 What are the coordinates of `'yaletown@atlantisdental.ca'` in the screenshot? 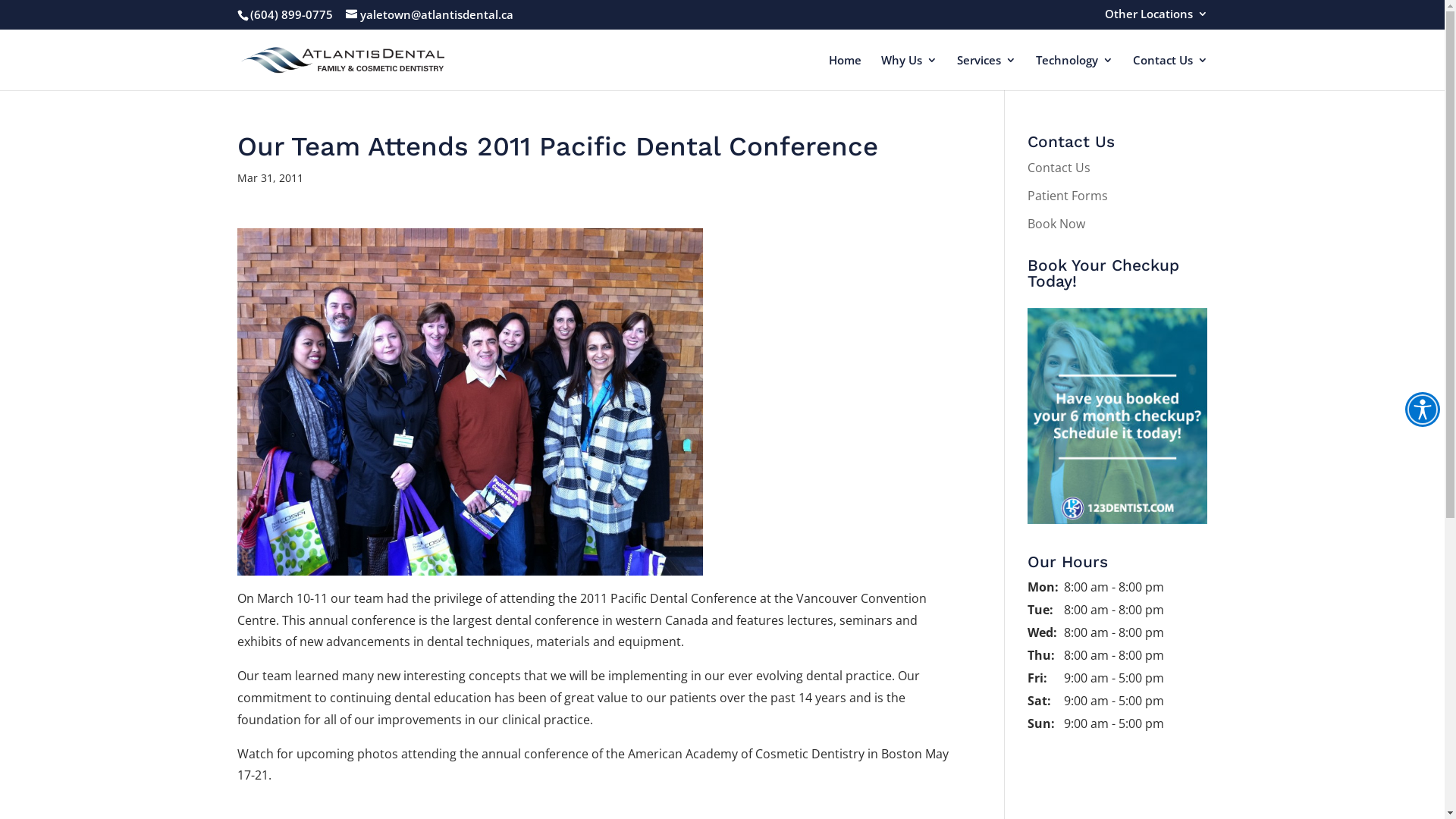 It's located at (428, 14).